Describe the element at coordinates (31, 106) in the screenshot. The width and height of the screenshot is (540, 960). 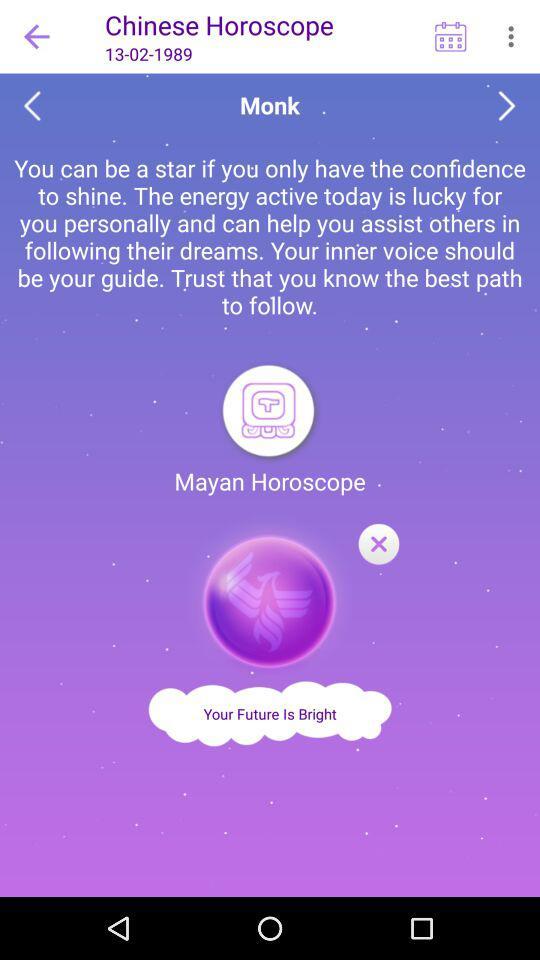
I see `previous button` at that location.